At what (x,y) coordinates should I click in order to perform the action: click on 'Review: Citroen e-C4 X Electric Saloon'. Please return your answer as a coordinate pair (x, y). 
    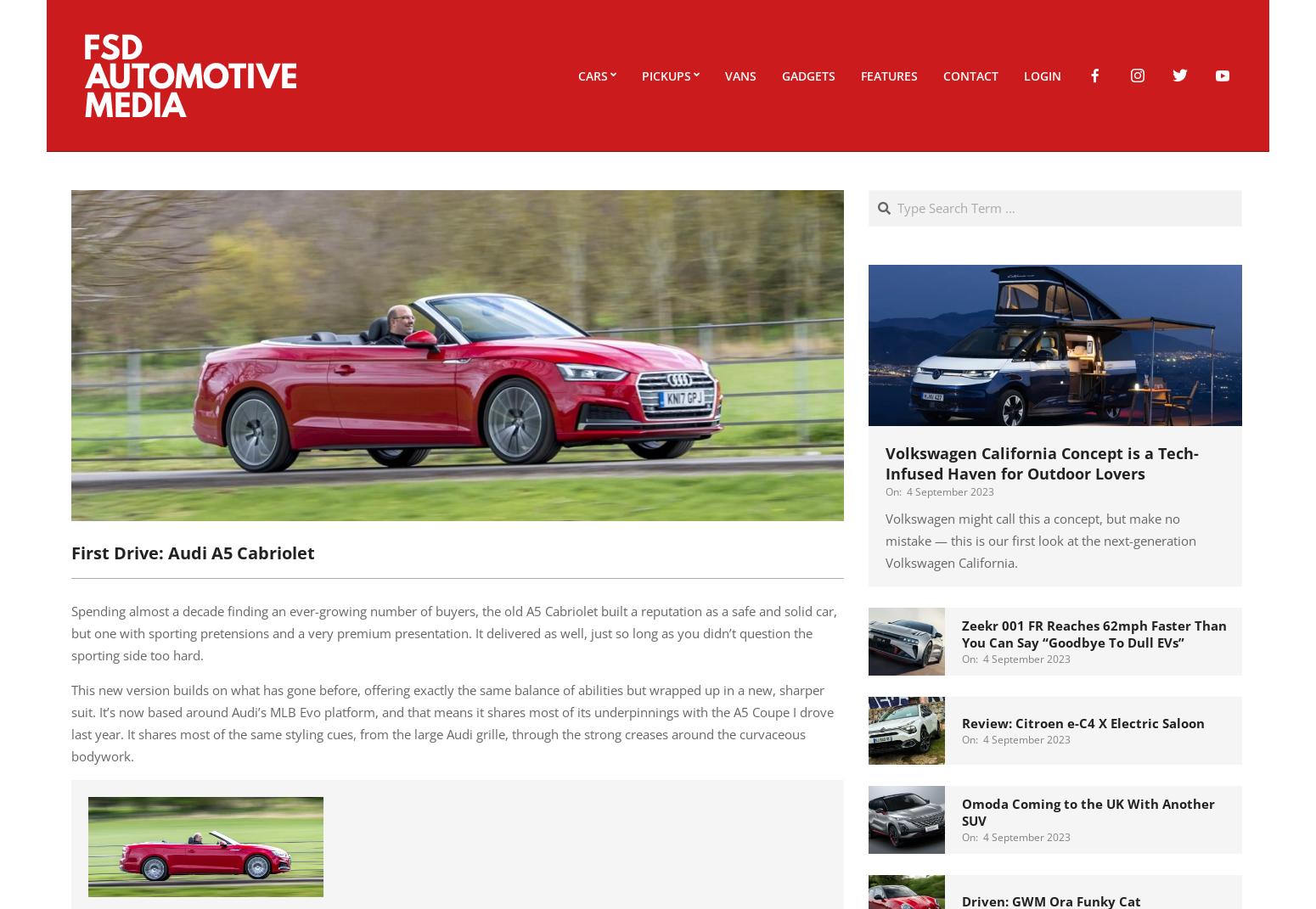
    Looking at the image, I should click on (961, 722).